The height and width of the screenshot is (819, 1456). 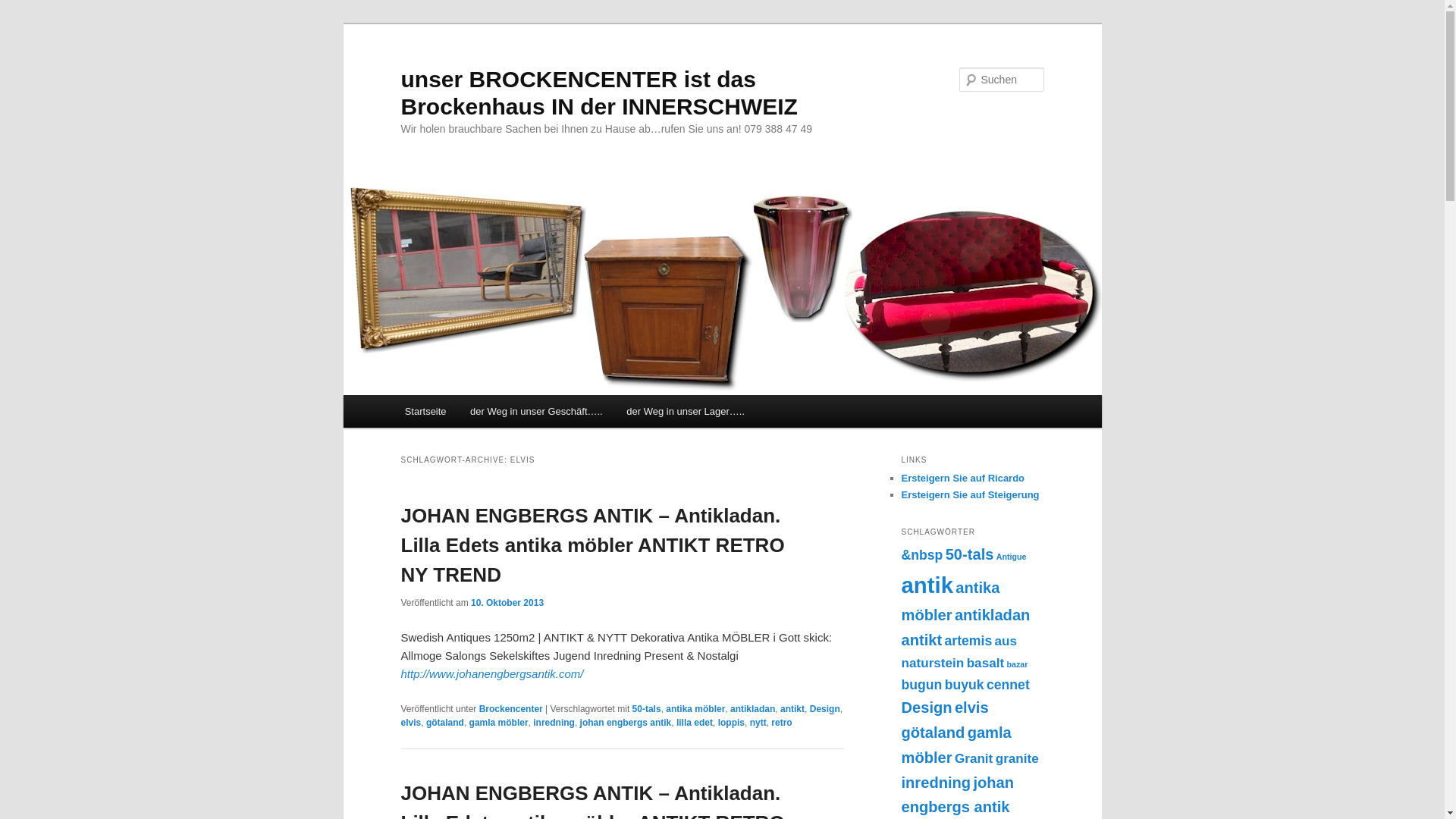 What do you see at coordinates (553, 721) in the screenshot?
I see `'inredning'` at bounding box center [553, 721].